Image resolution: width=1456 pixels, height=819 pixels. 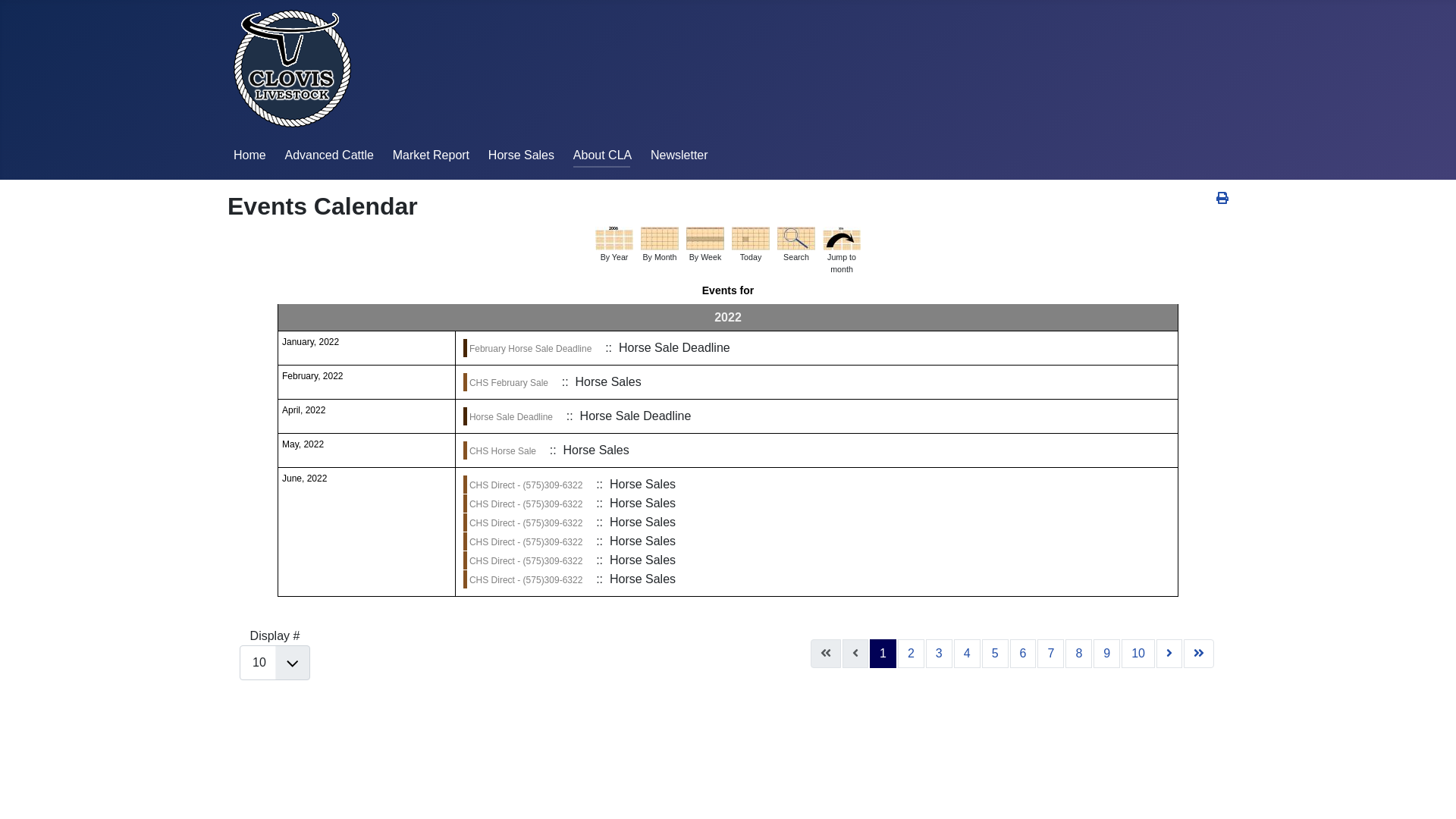 What do you see at coordinates (910, 652) in the screenshot?
I see `'2'` at bounding box center [910, 652].